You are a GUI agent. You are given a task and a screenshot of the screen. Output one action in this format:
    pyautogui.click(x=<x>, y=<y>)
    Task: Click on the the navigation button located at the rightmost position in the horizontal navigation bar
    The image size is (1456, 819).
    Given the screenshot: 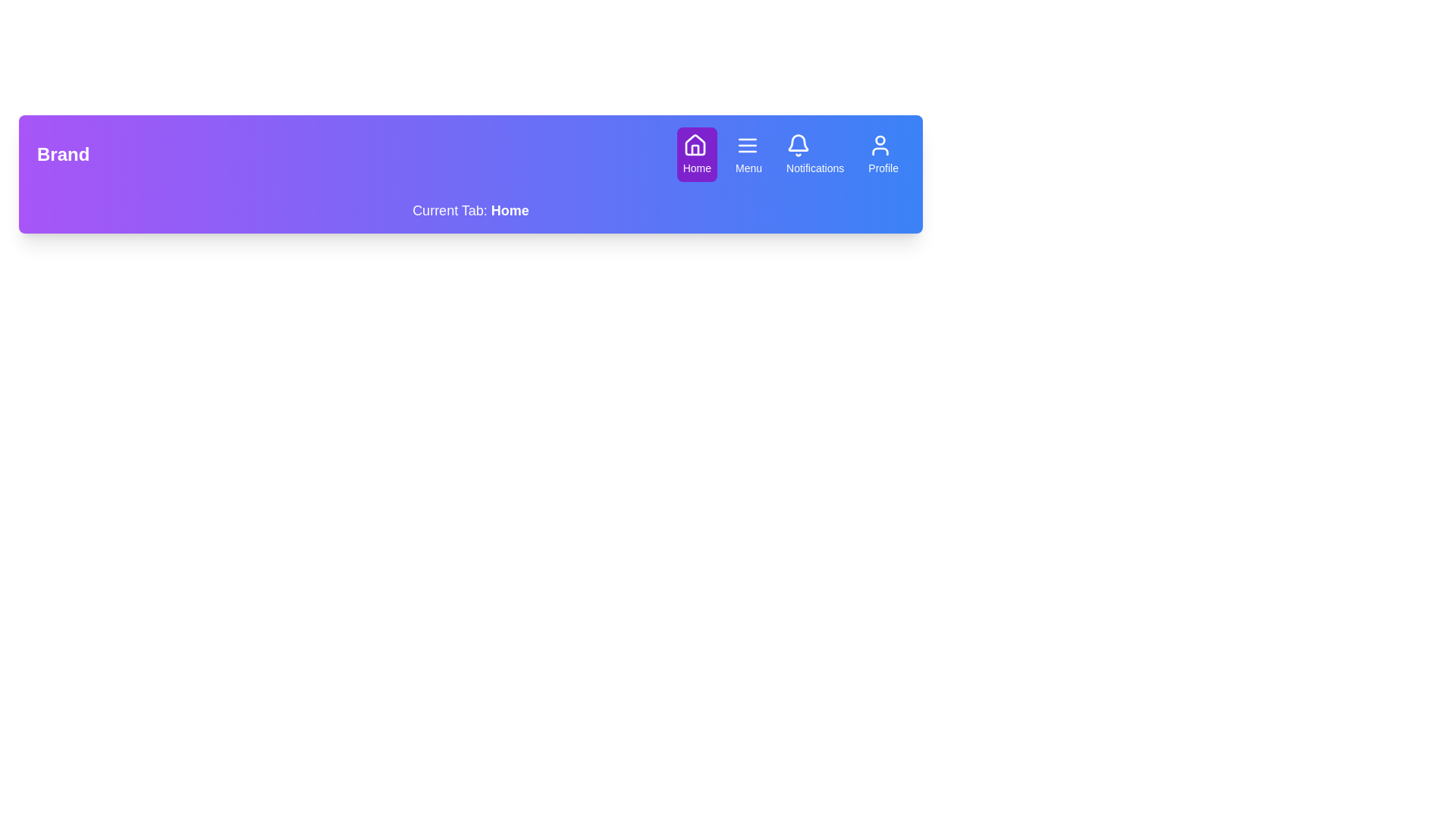 What is the action you would take?
    pyautogui.click(x=883, y=155)
    